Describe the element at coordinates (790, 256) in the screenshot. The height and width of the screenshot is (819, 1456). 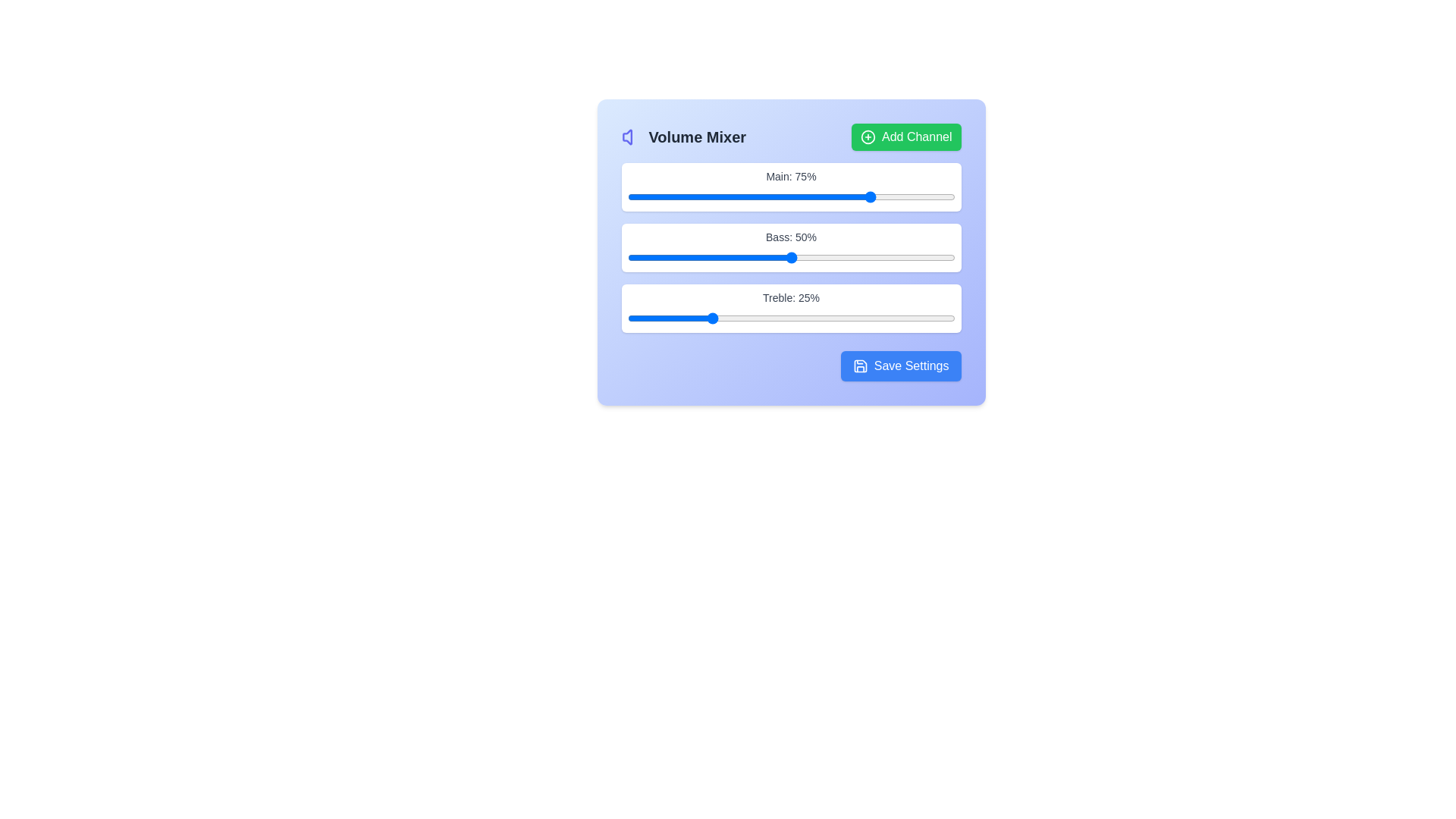
I see `the bass level` at that location.